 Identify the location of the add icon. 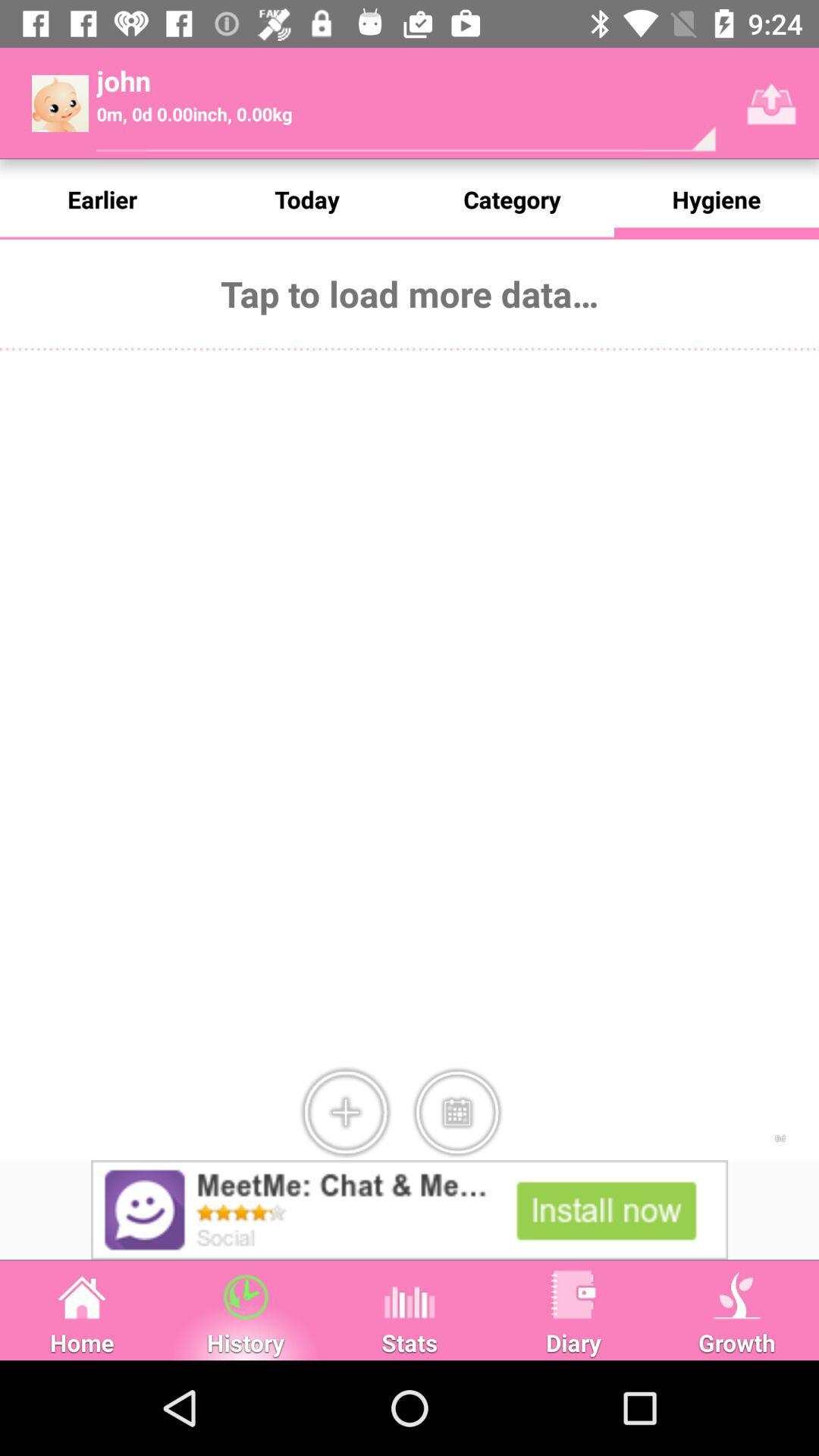
(345, 1112).